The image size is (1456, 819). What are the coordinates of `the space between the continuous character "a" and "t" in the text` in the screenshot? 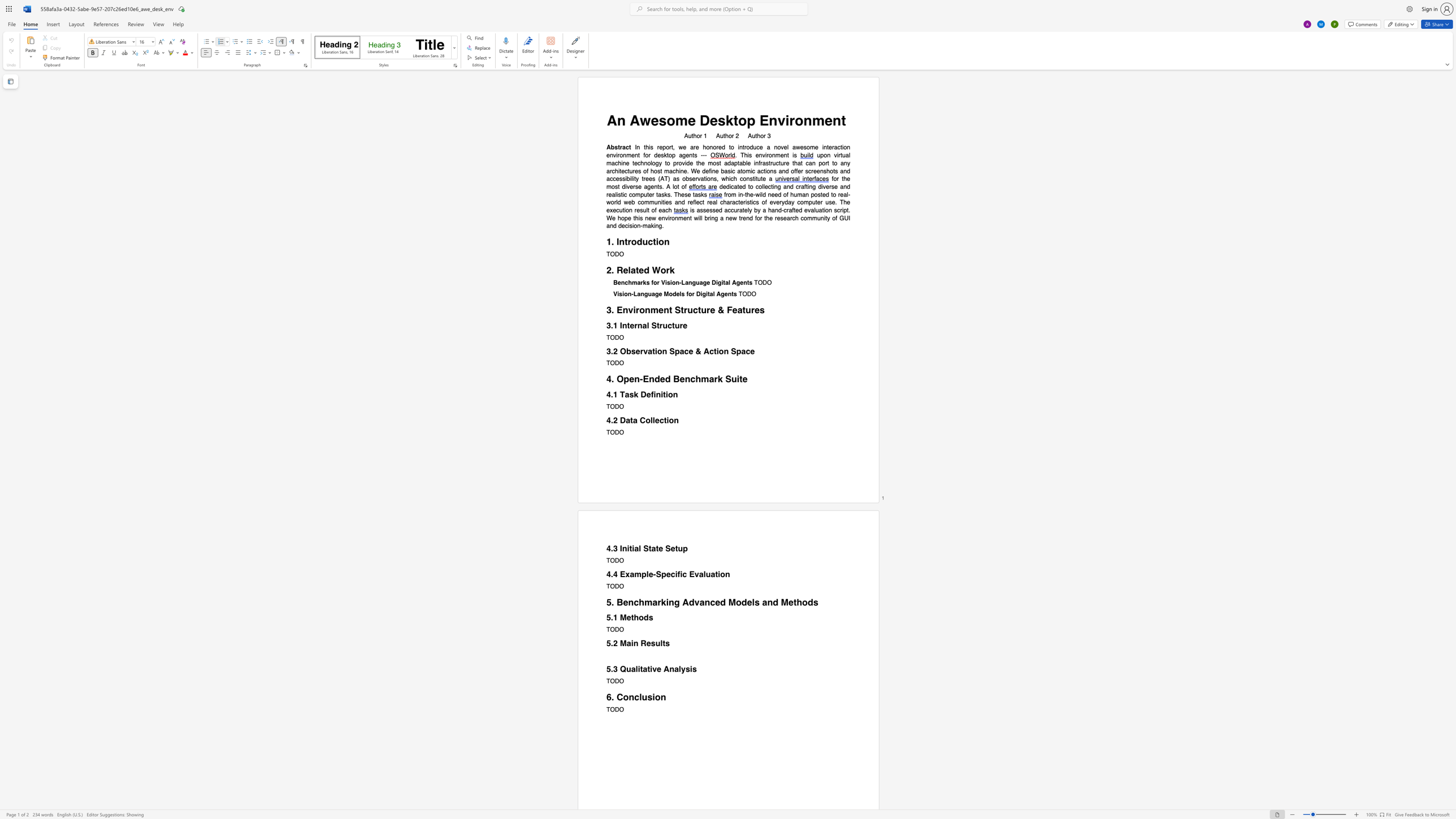 It's located at (630, 419).